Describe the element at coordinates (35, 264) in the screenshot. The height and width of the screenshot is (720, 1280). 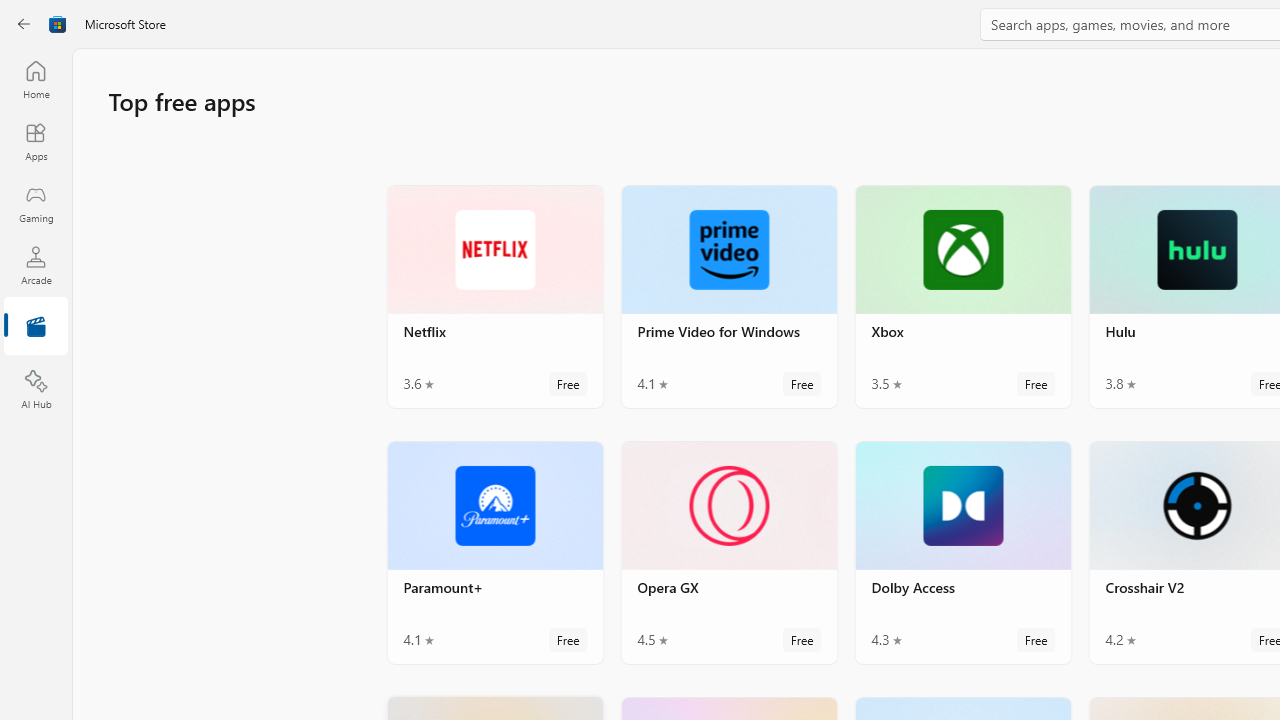
I see `'Arcade'` at that location.